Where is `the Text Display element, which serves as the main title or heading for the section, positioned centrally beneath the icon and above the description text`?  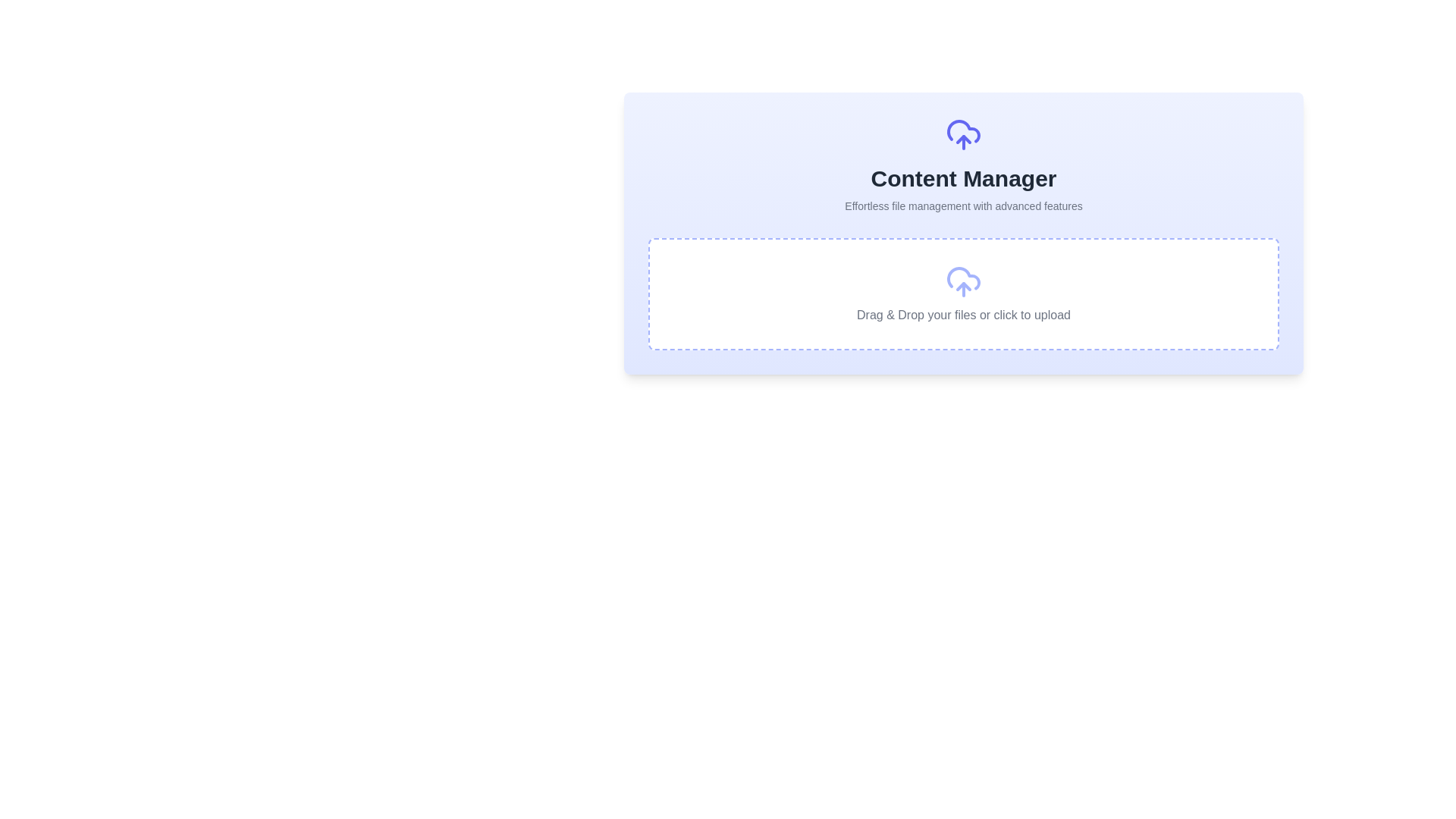 the Text Display element, which serves as the main title or heading for the section, positioned centrally beneath the icon and above the description text is located at coordinates (963, 177).